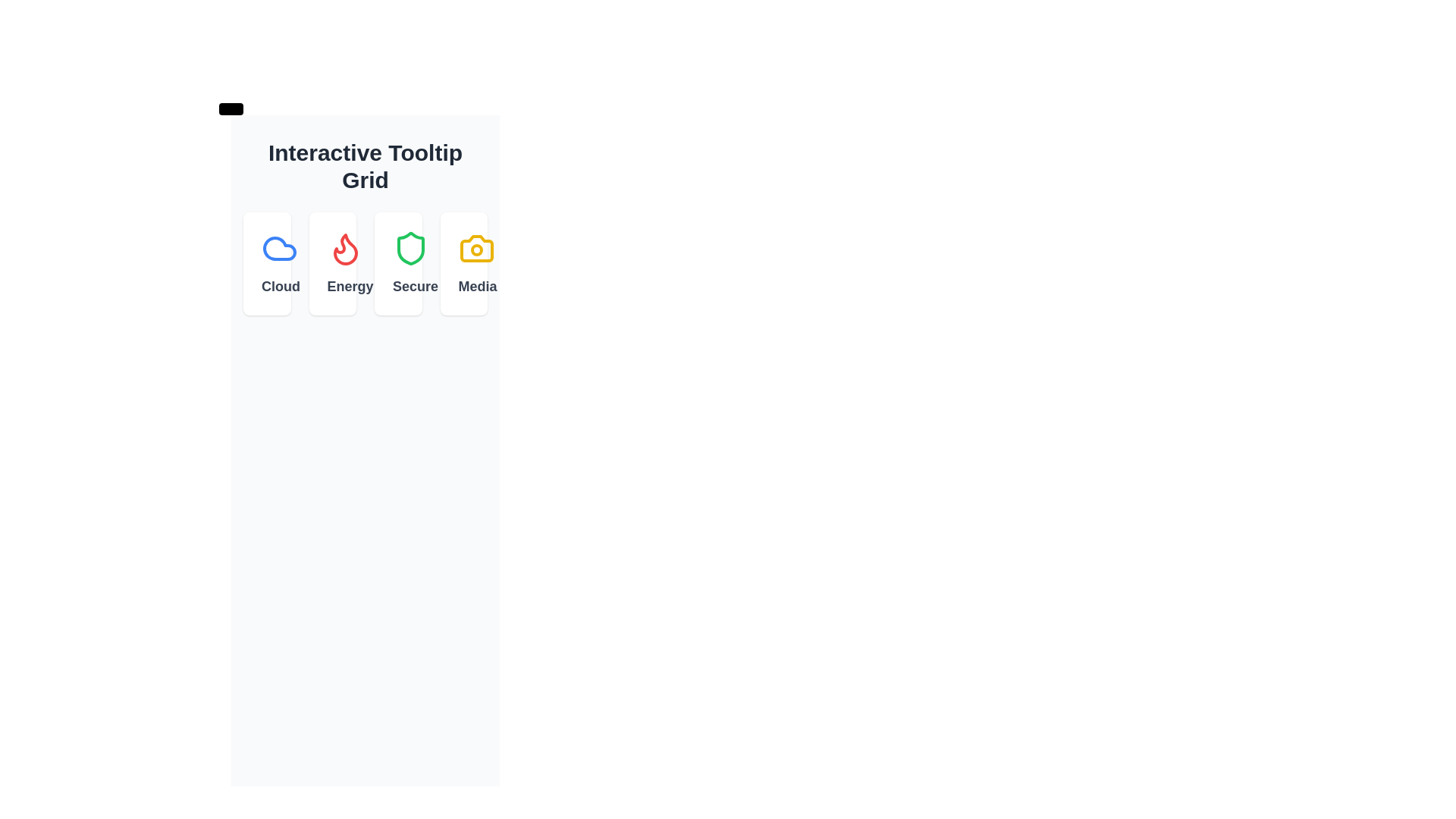 The width and height of the screenshot is (1456, 819). What do you see at coordinates (463, 262) in the screenshot?
I see `the fourth card in the grid, which represents media-related options` at bounding box center [463, 262].